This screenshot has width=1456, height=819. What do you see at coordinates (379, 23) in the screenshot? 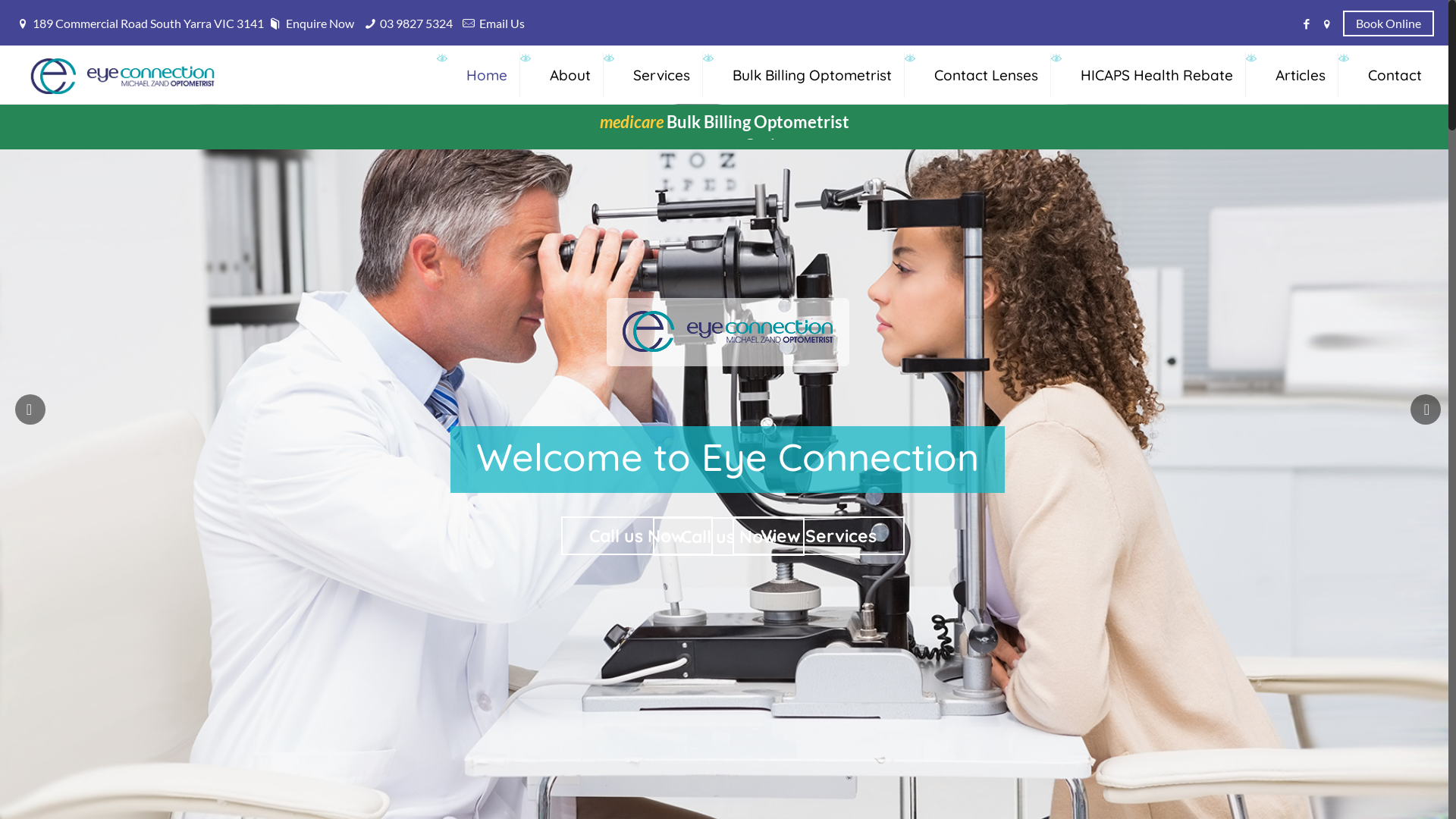
I see `'03 9827 5324'` at bounding box center [379, 23].